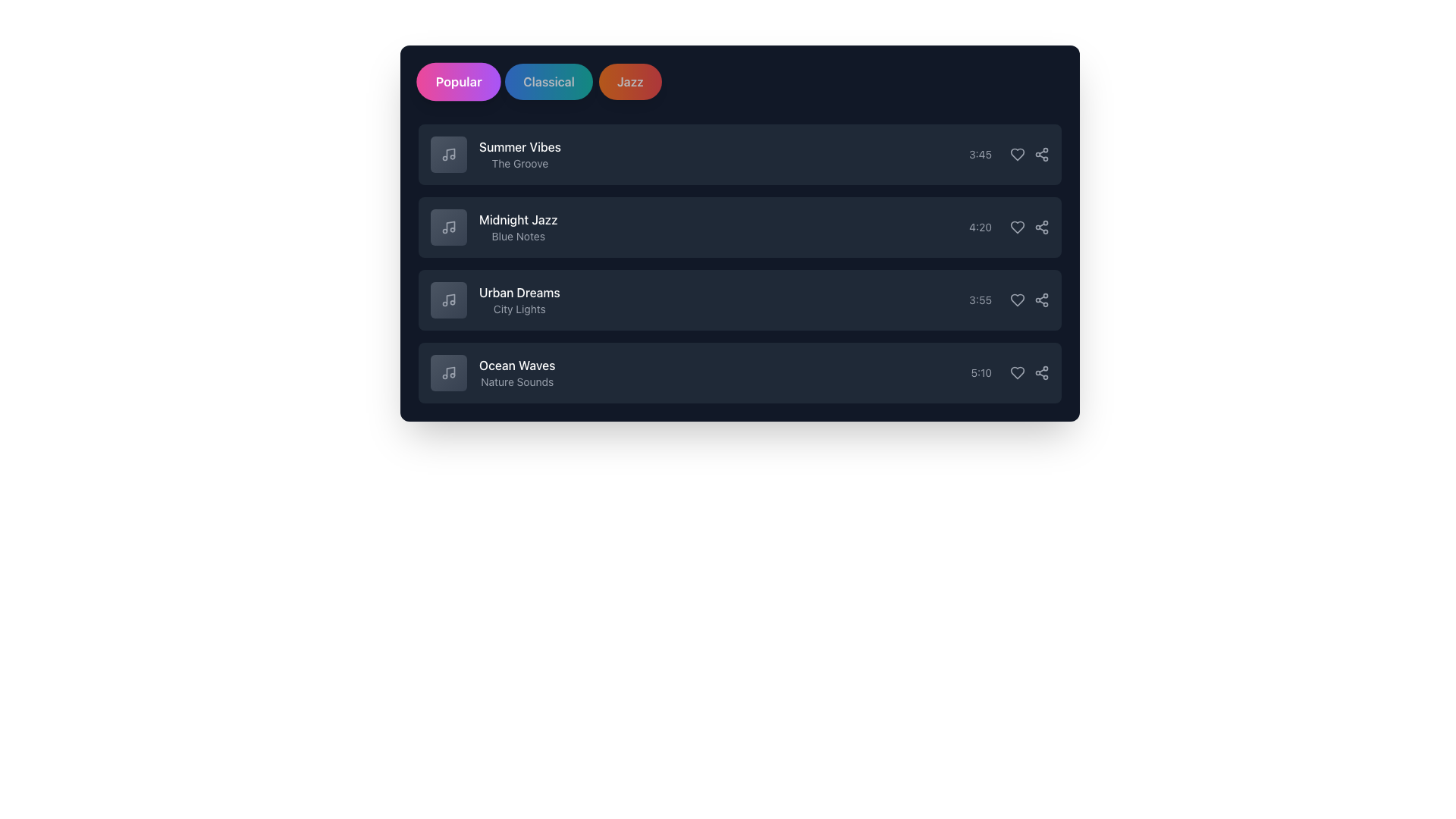 Image resolution: width=1456 pixels, height=819 pixels. What do you see at coordinates (517, 373) in the screenshot?
I see `the text block representing the information about a specific music or sound track, located fourth in a vertical list, to the right of the music icon and left of the duration value and action buttons` at bounding box center [517, 373].